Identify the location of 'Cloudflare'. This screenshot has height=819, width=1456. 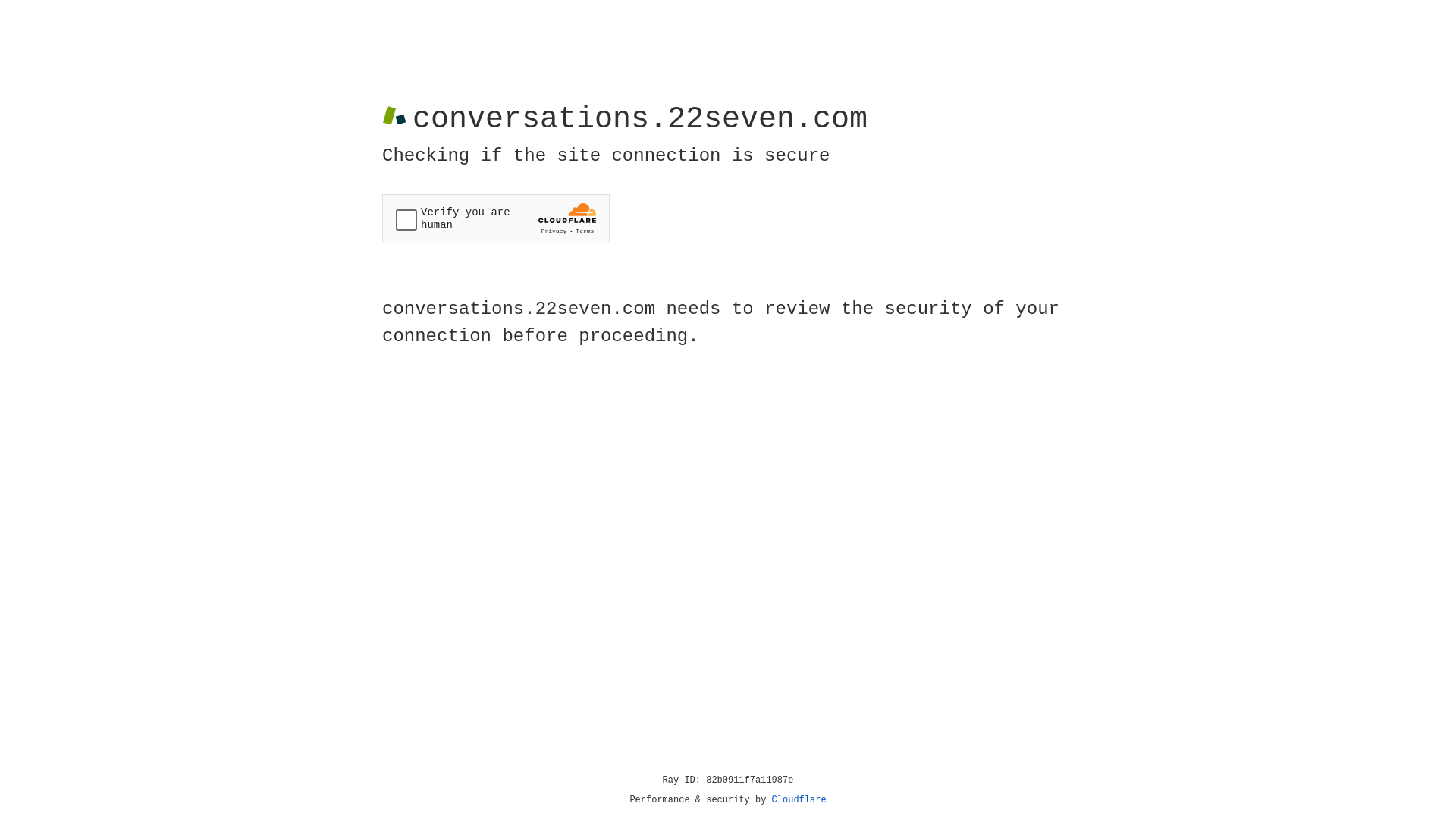
(799, 799).